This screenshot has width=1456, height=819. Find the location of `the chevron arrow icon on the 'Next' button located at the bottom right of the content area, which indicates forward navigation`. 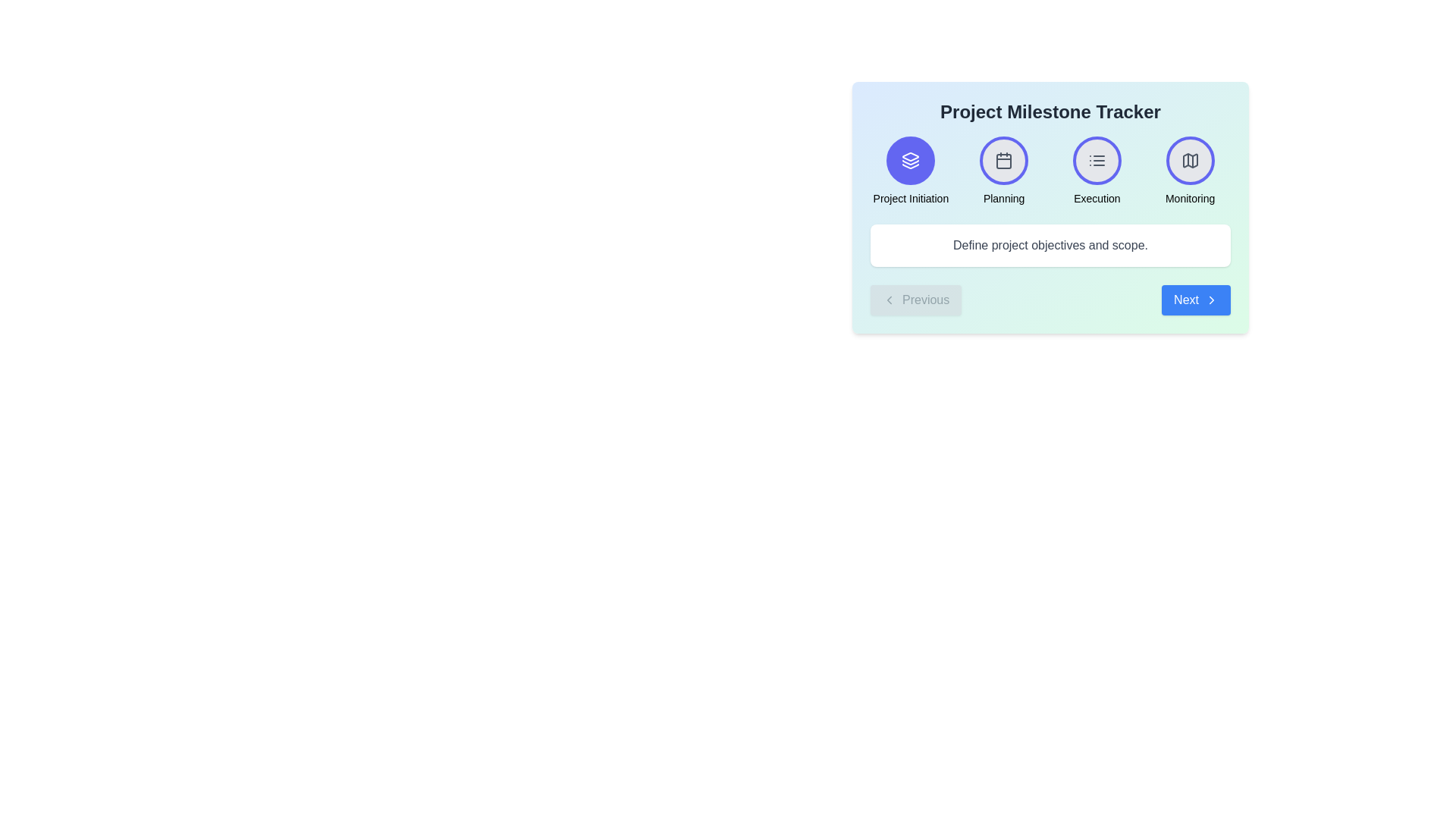

the chevron arrow icon on the 'Next' button located at the bottom right of the content area, which indicates forward navigation is located at coordinates (1211, 300).